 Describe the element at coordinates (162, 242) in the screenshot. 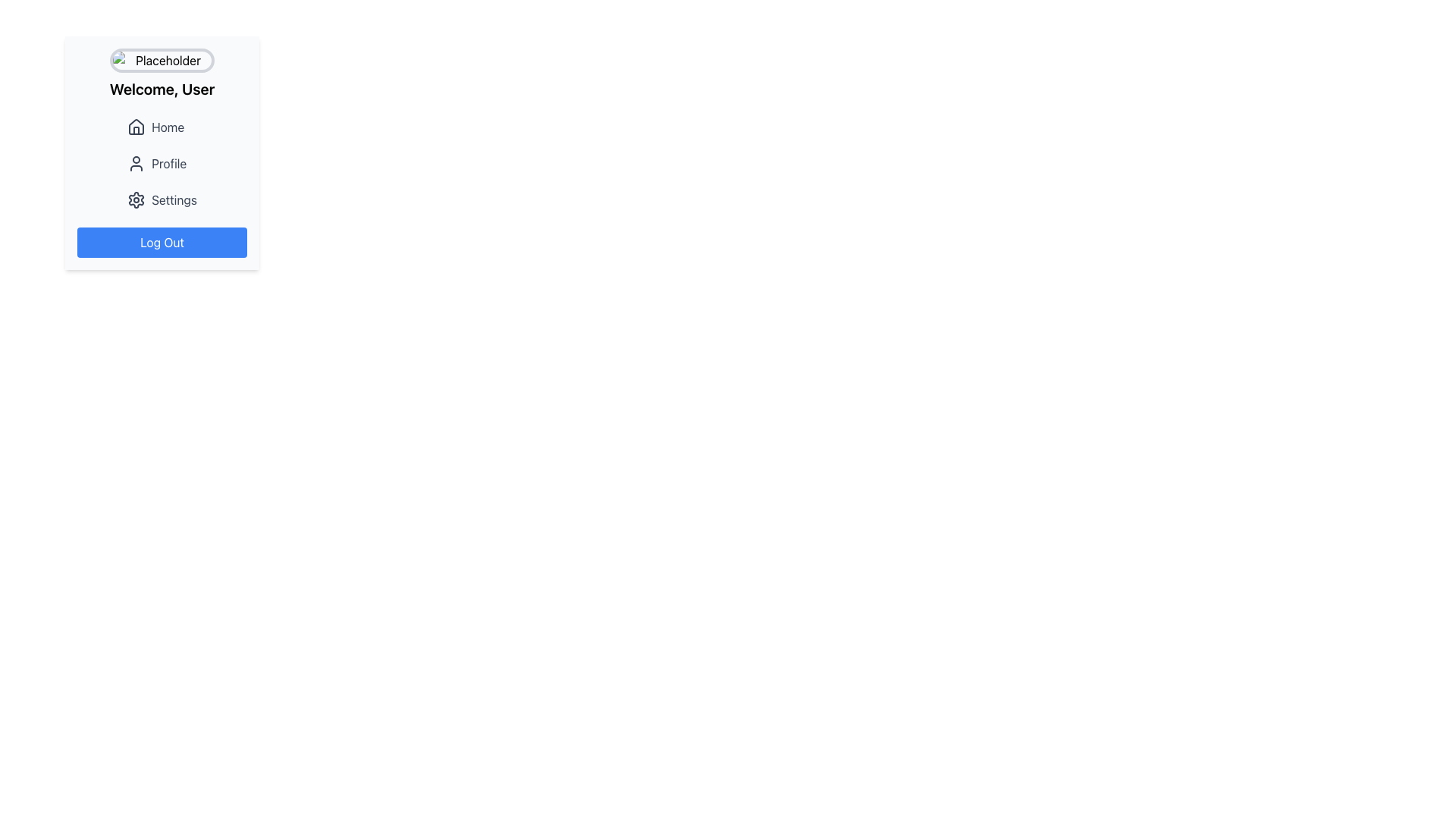

I see `the 'Log Out' button, which is a vibrant blue rectangular button with rounded corners and white bold text, located at the bottom of a vertically centered card layout` at that location.